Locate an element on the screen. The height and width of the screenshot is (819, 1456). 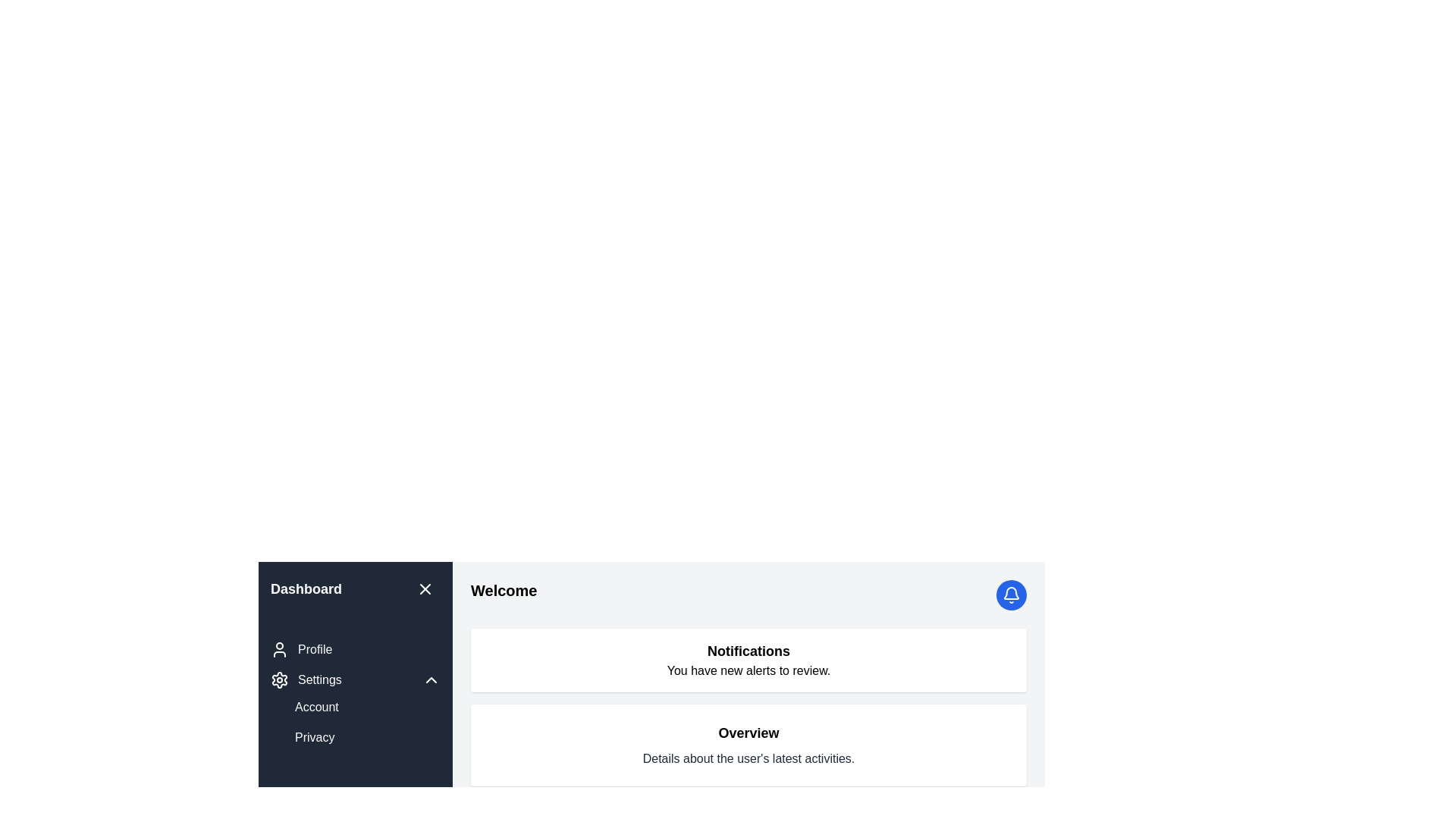
the 'Privacy' option in the vertical nested menu located under the 'Settings' section of the sidebar is located at coordinates (367, 721).